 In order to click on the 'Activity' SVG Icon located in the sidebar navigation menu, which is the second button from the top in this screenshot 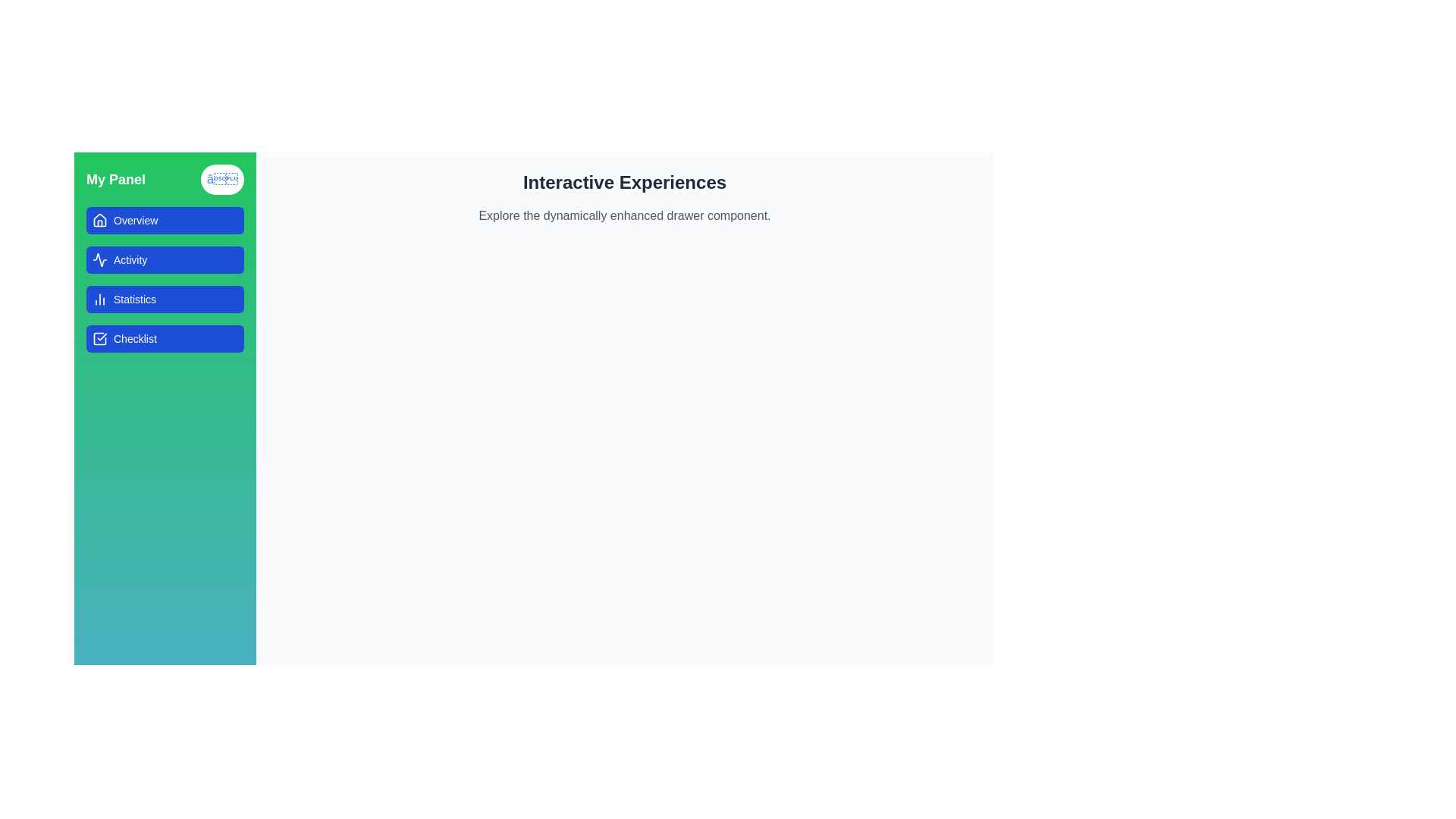, I will do `click(99, 259)`.